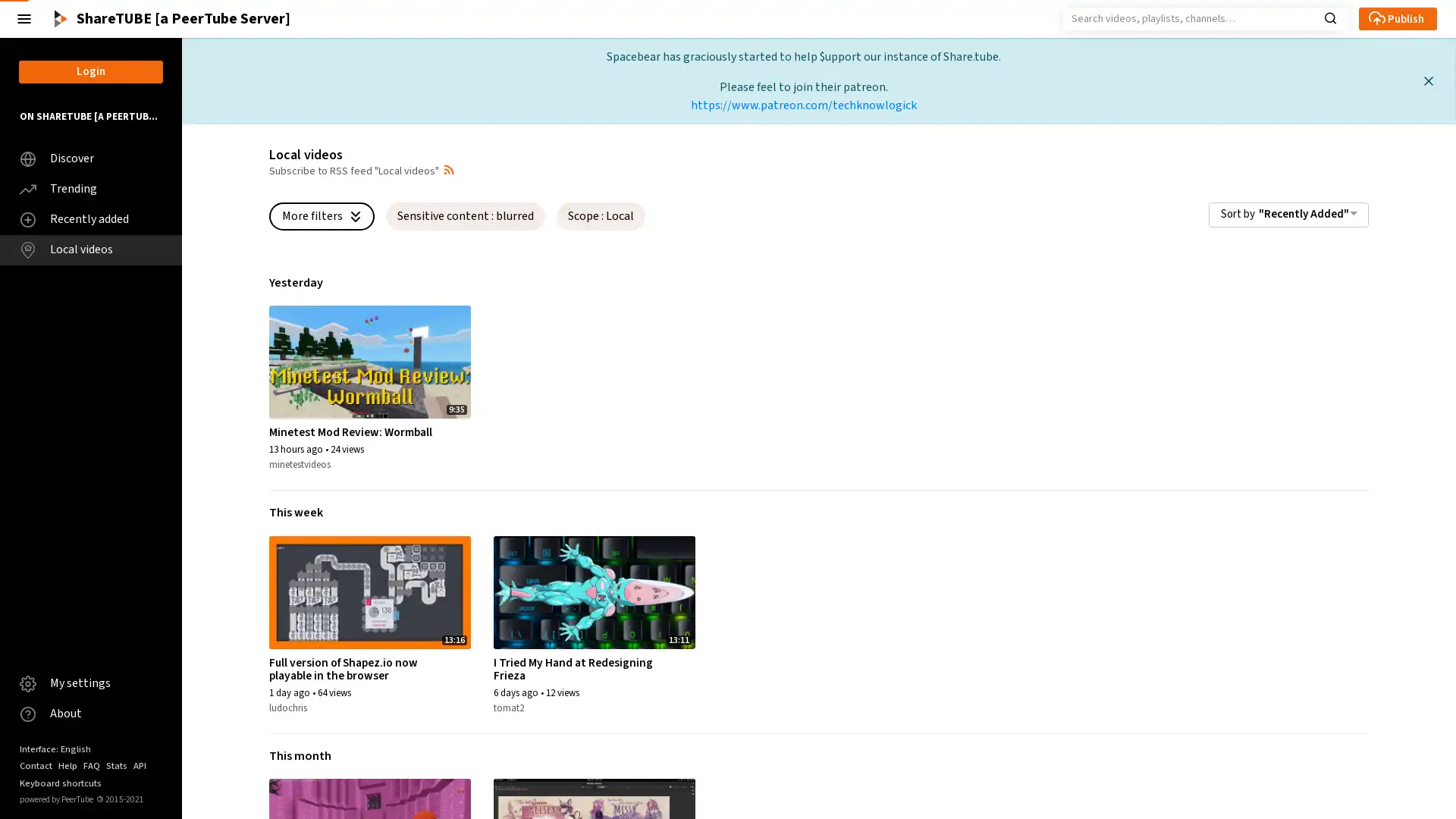  I want to click on Close this message, so click(1427, 80).